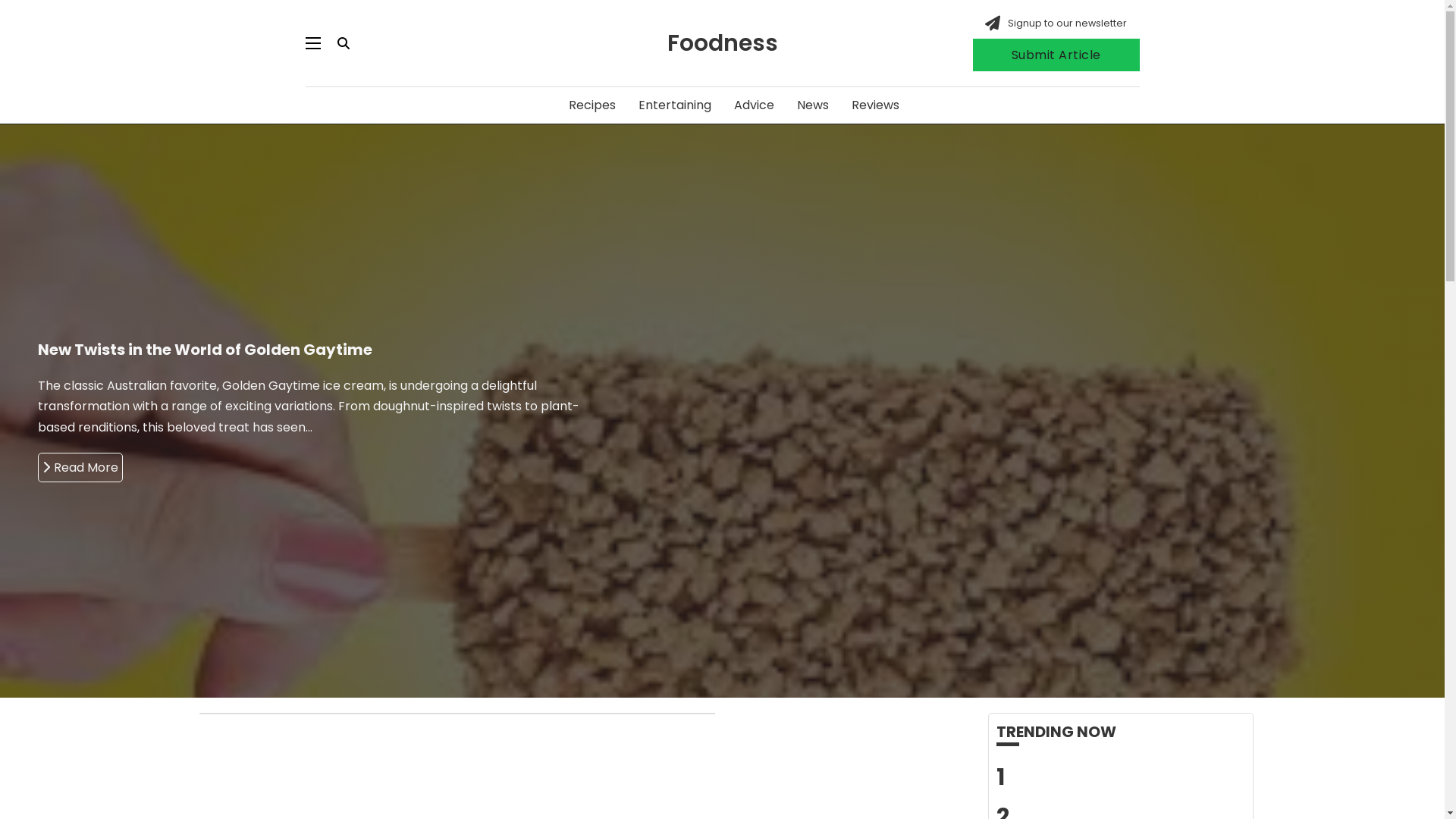  What do you see at coordinates (638, 104) in the screenshot?
I see `'Entertaining'` at bounding box center [638, 104].